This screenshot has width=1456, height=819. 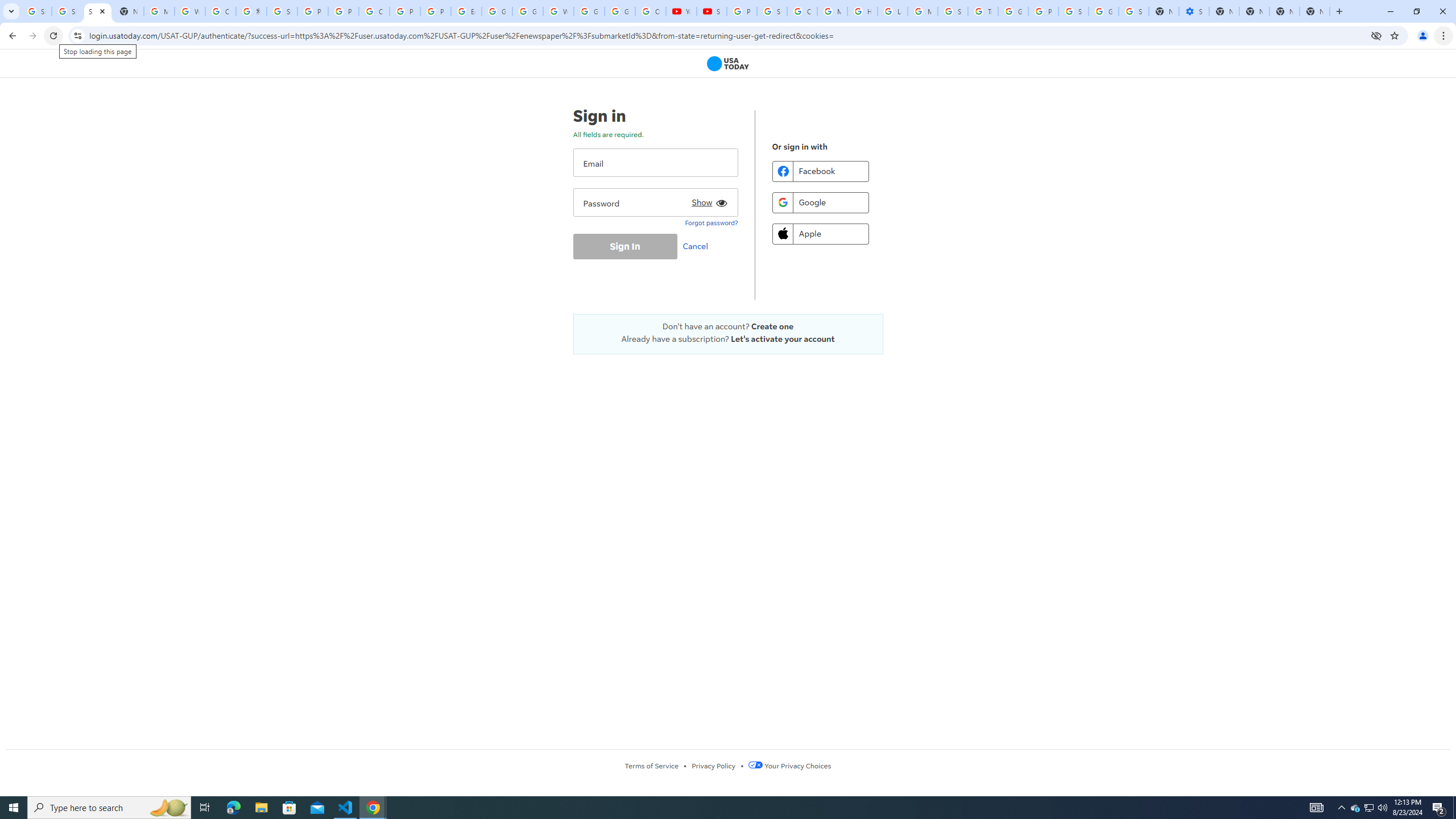 What do you see at coordinates (728, 325) in the screenshot?
I see `'Don'` at bounding box center [728, 325].